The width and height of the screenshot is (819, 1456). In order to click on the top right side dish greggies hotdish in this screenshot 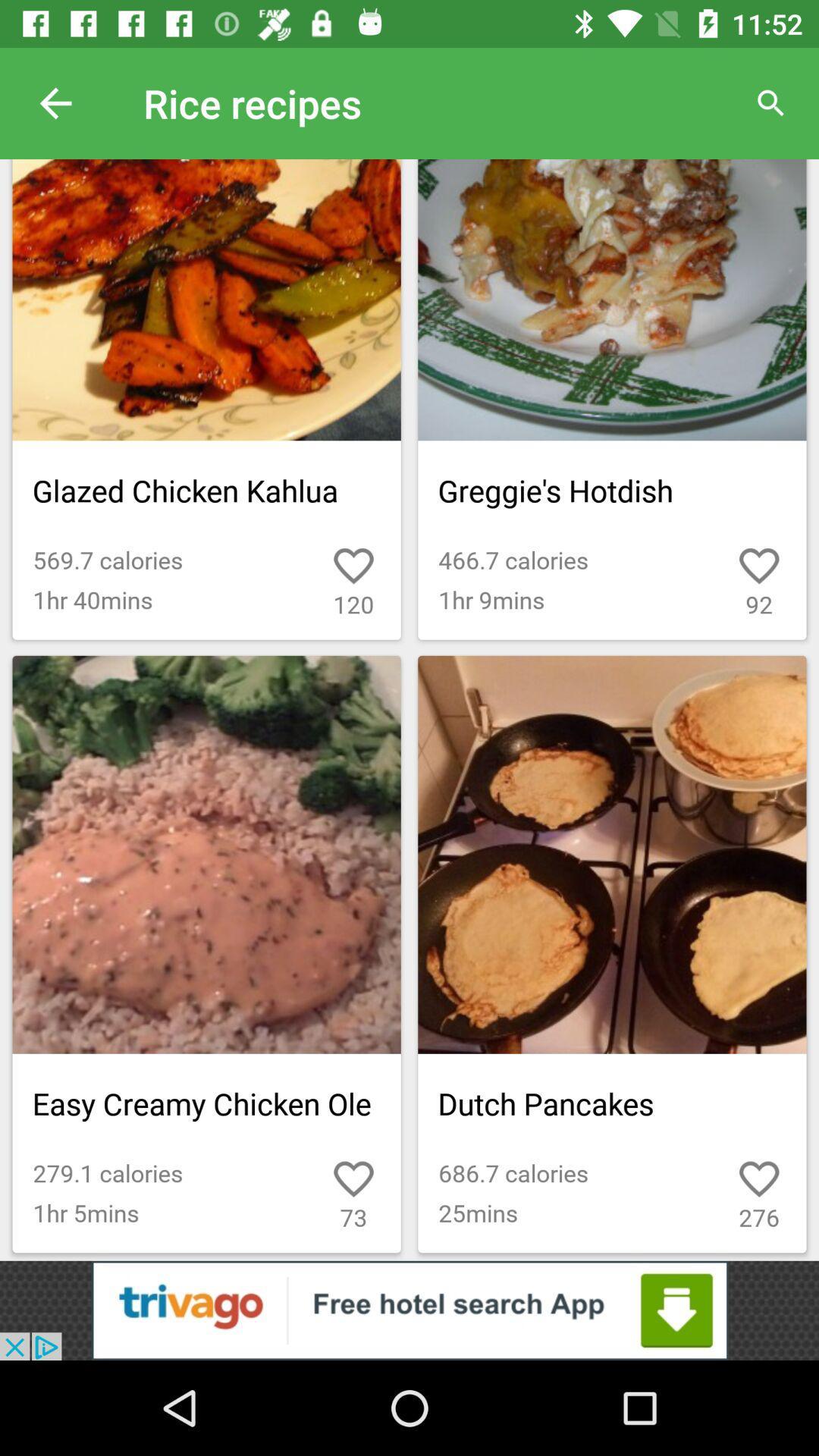, I will do `click(611, 300)`.